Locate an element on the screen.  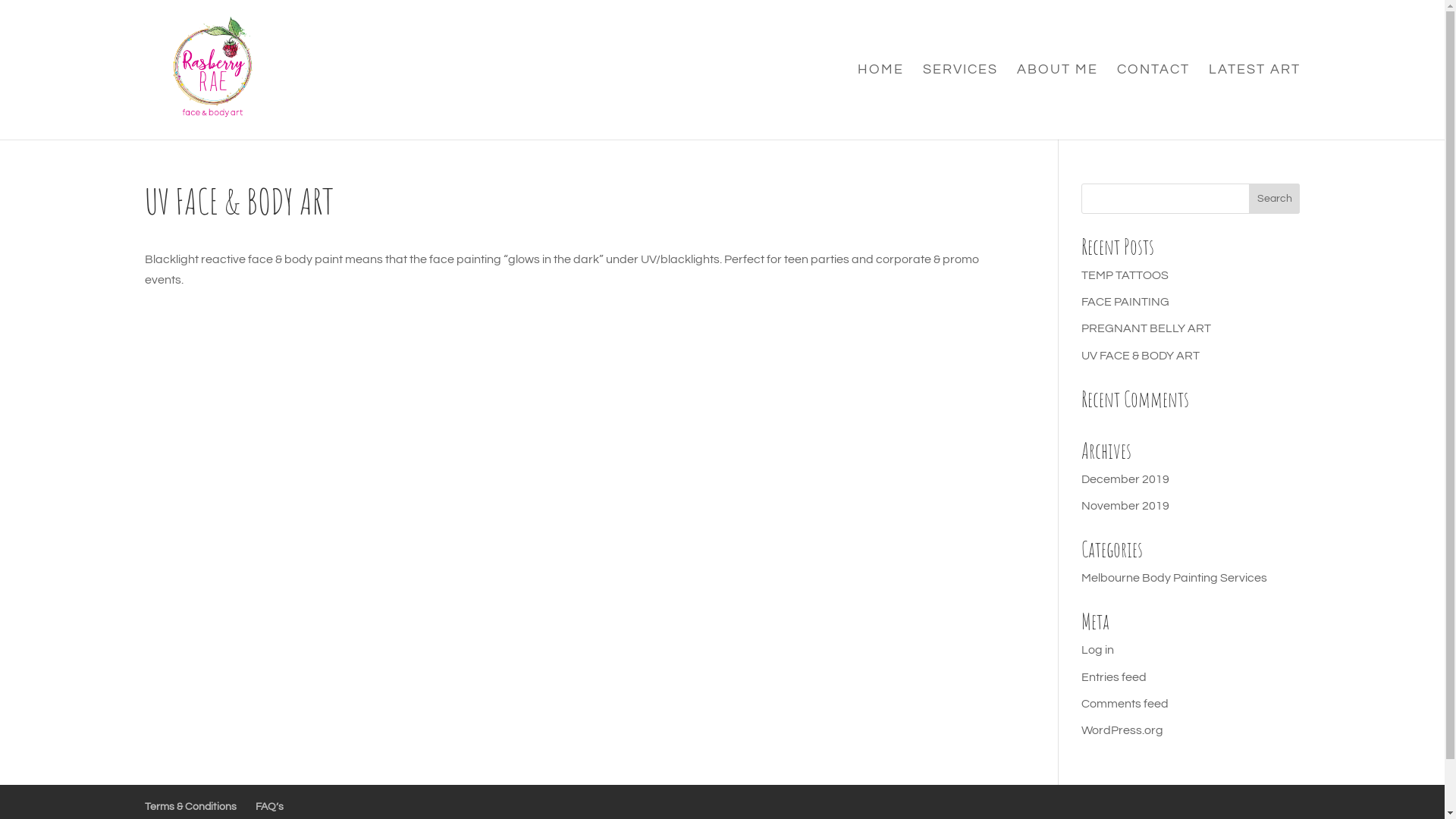
'Search' is located at coordinates (1274, 198).